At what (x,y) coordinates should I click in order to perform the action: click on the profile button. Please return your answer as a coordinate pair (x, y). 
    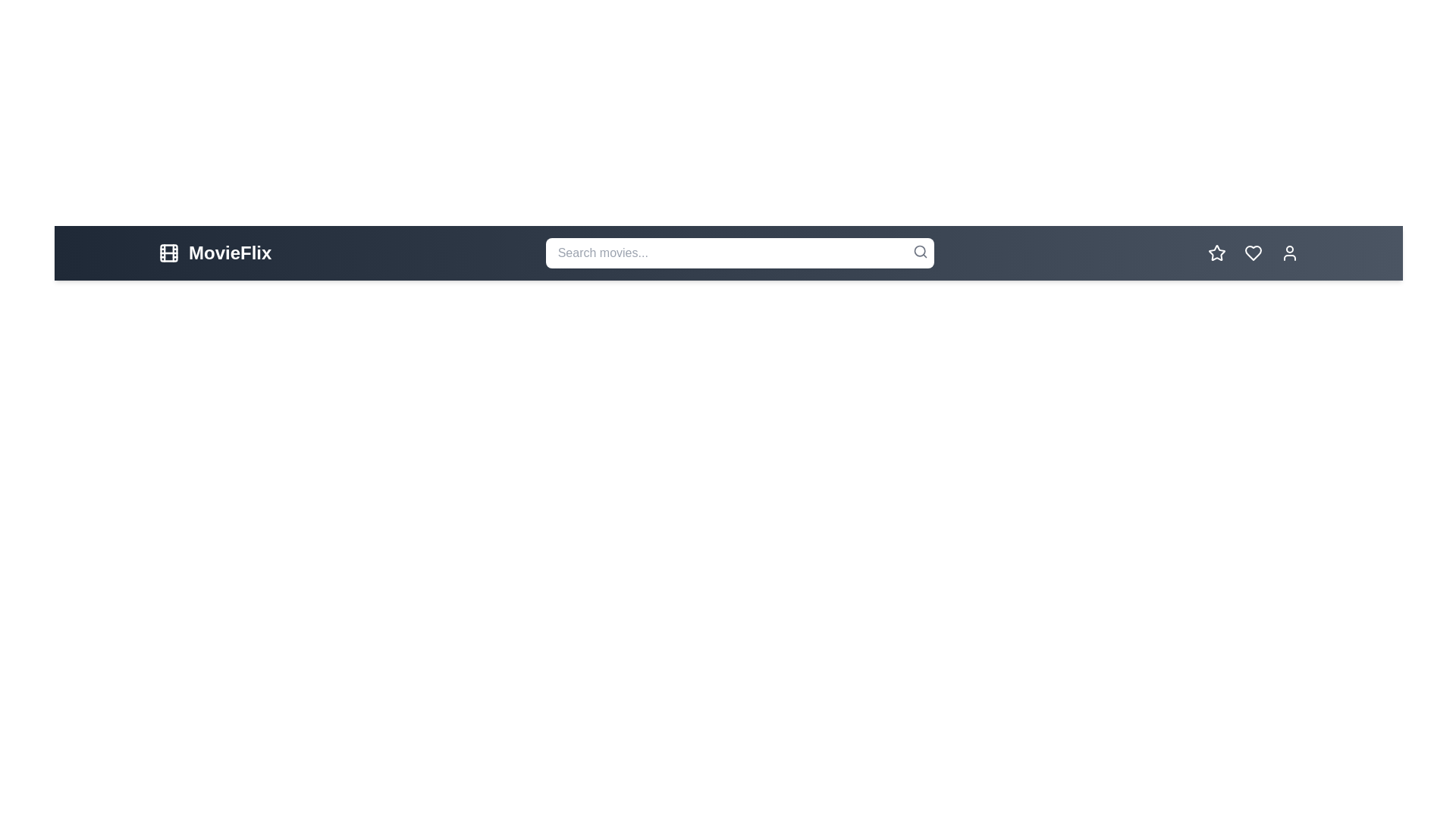
    Looking at the image, I should click on (1288, 253).